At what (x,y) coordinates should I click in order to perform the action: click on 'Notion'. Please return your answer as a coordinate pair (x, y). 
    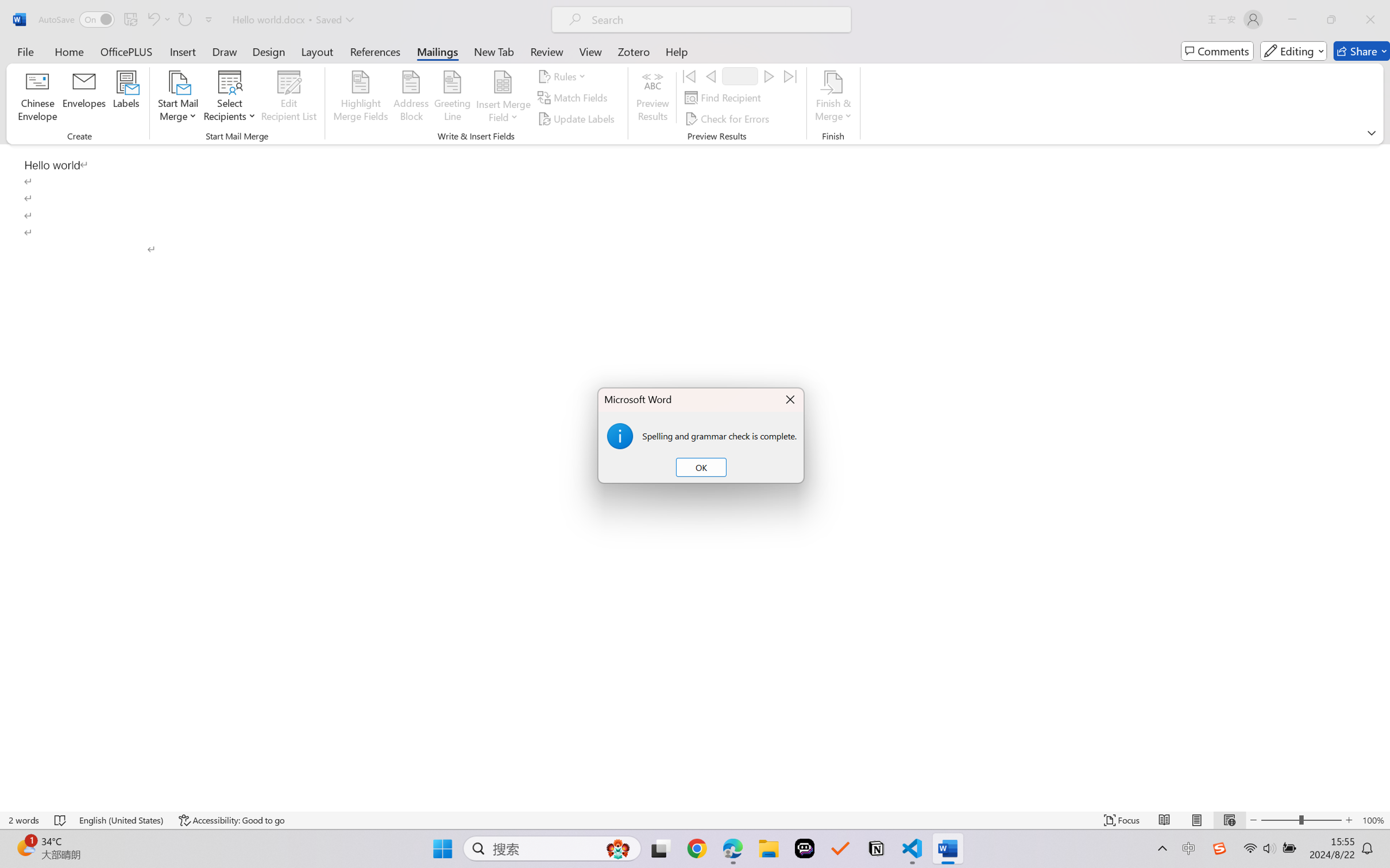
    Looking at the image, I should click on (876, 848).